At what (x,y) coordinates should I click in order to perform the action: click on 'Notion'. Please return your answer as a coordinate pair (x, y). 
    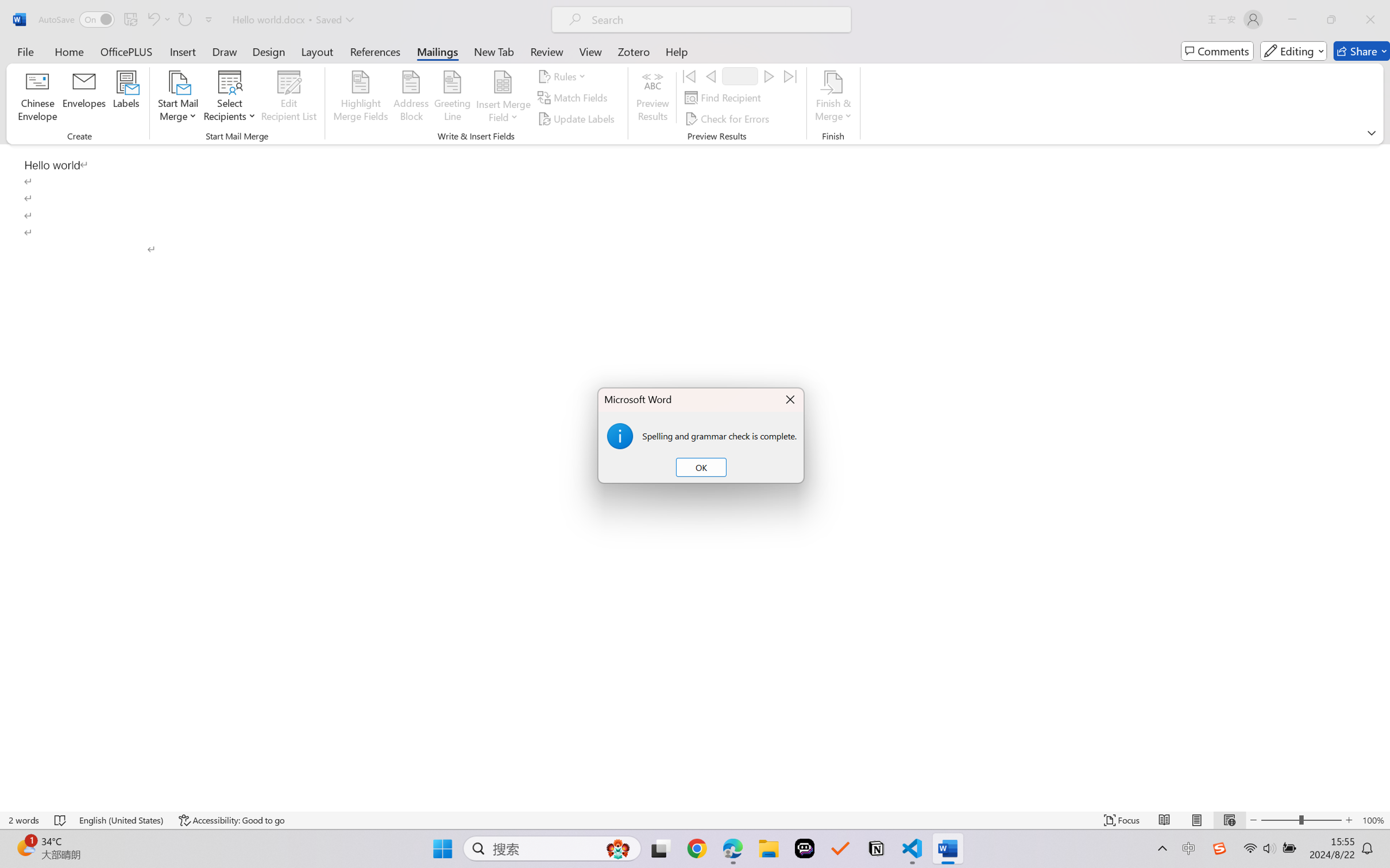
    Looking at the image, I should click on (876, 848).